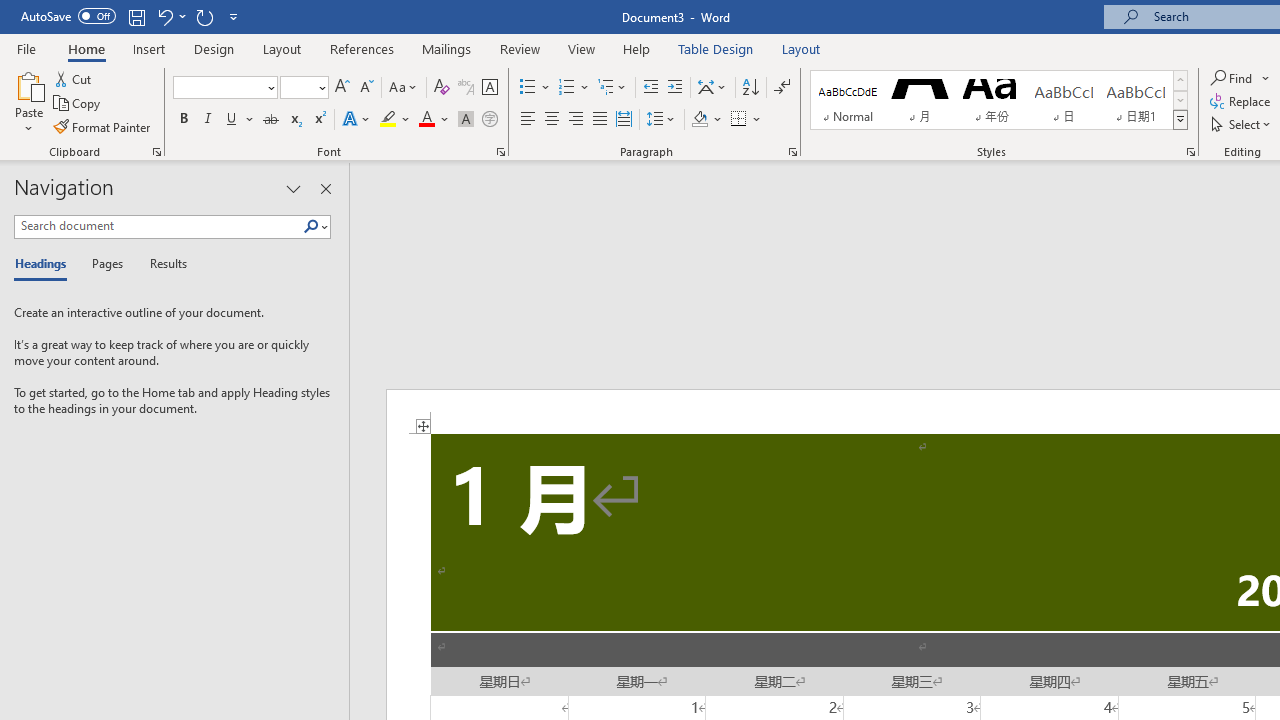 The width and height of the screenshot is (1280, 720). What do you see at coordinates (446, 48) in the screenshot?
I see `'Mailings'` at bounding box center [446, 48].